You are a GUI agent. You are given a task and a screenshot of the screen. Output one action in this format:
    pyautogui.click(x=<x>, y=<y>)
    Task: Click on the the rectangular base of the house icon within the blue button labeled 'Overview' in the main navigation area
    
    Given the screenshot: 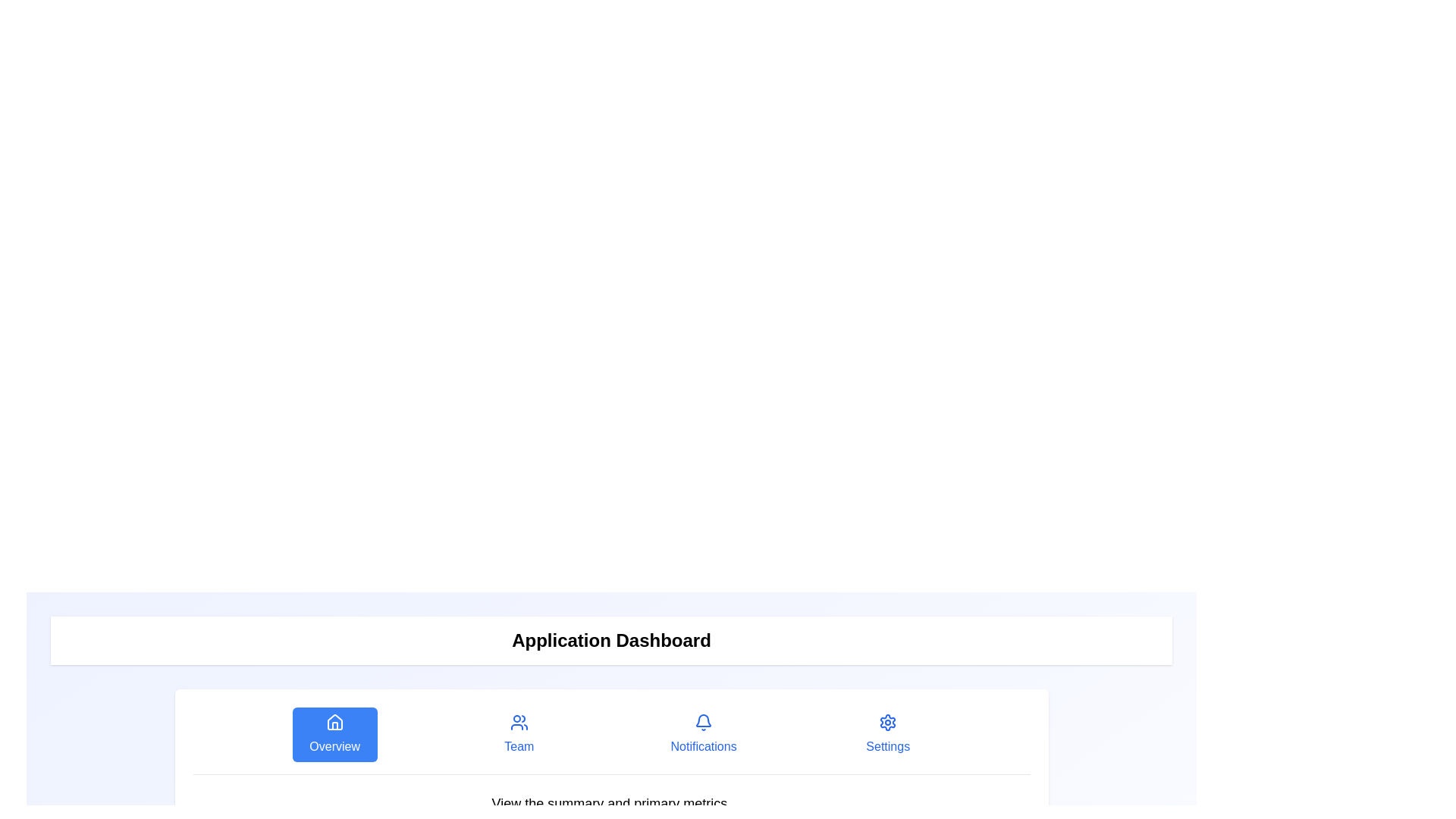 What is the action you would take?
    pyautogui.click(x=334, y=725)
    